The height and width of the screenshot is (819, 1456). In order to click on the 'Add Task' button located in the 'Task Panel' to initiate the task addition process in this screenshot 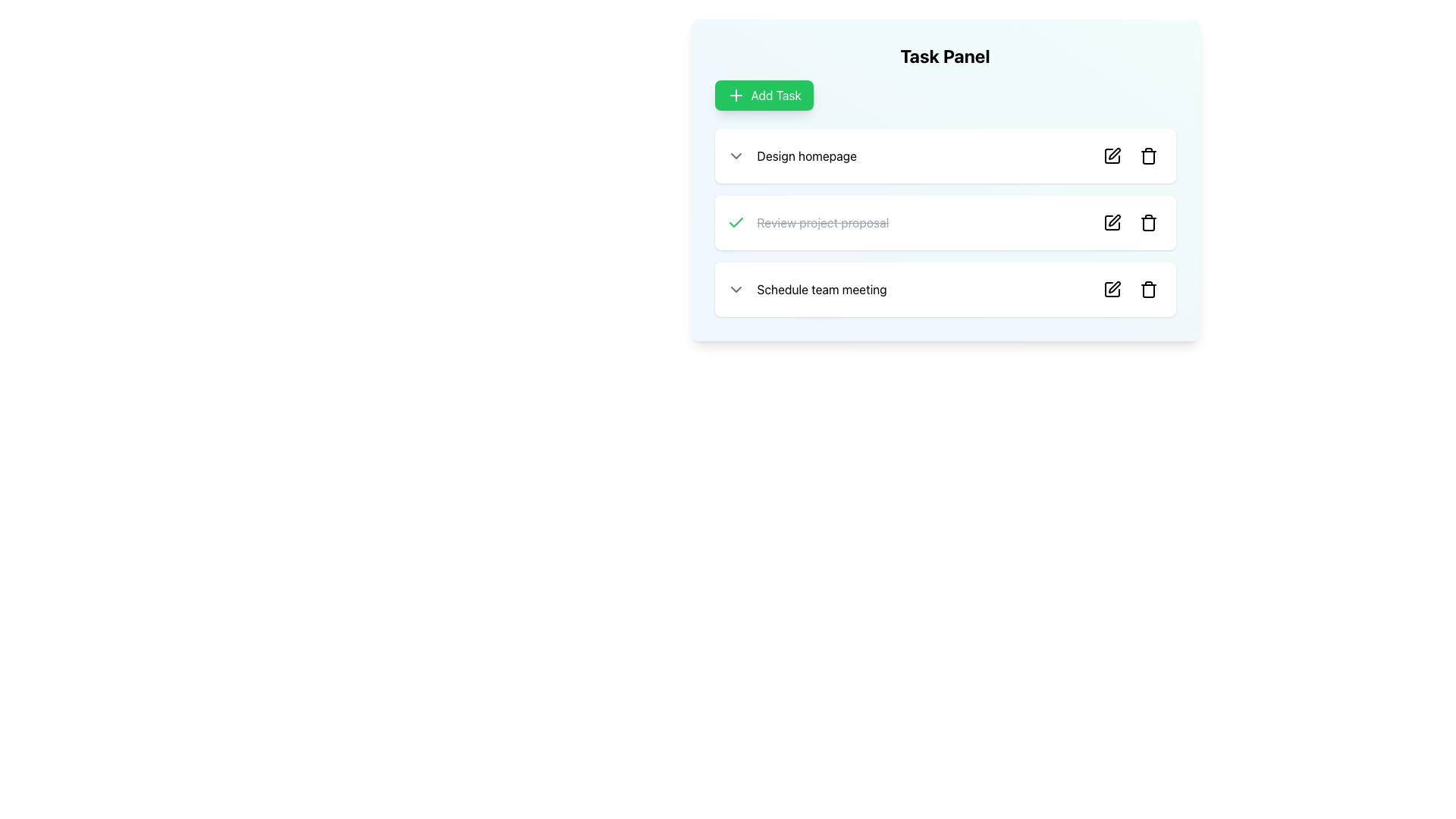, I will do `click(764, 96)`.